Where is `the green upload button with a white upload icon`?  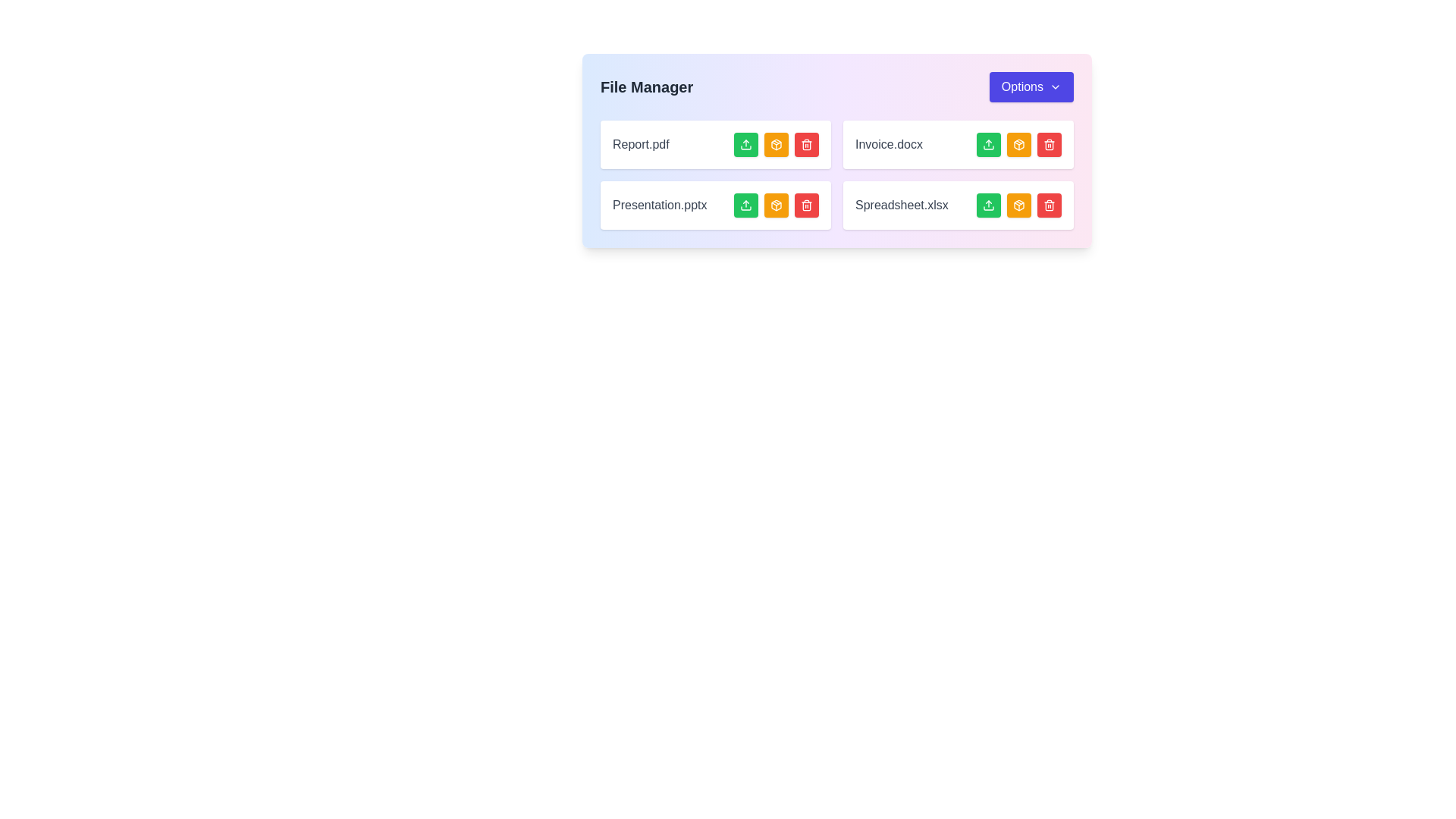 the green upload button with a white upload icon is located at coordinates (989, 145).